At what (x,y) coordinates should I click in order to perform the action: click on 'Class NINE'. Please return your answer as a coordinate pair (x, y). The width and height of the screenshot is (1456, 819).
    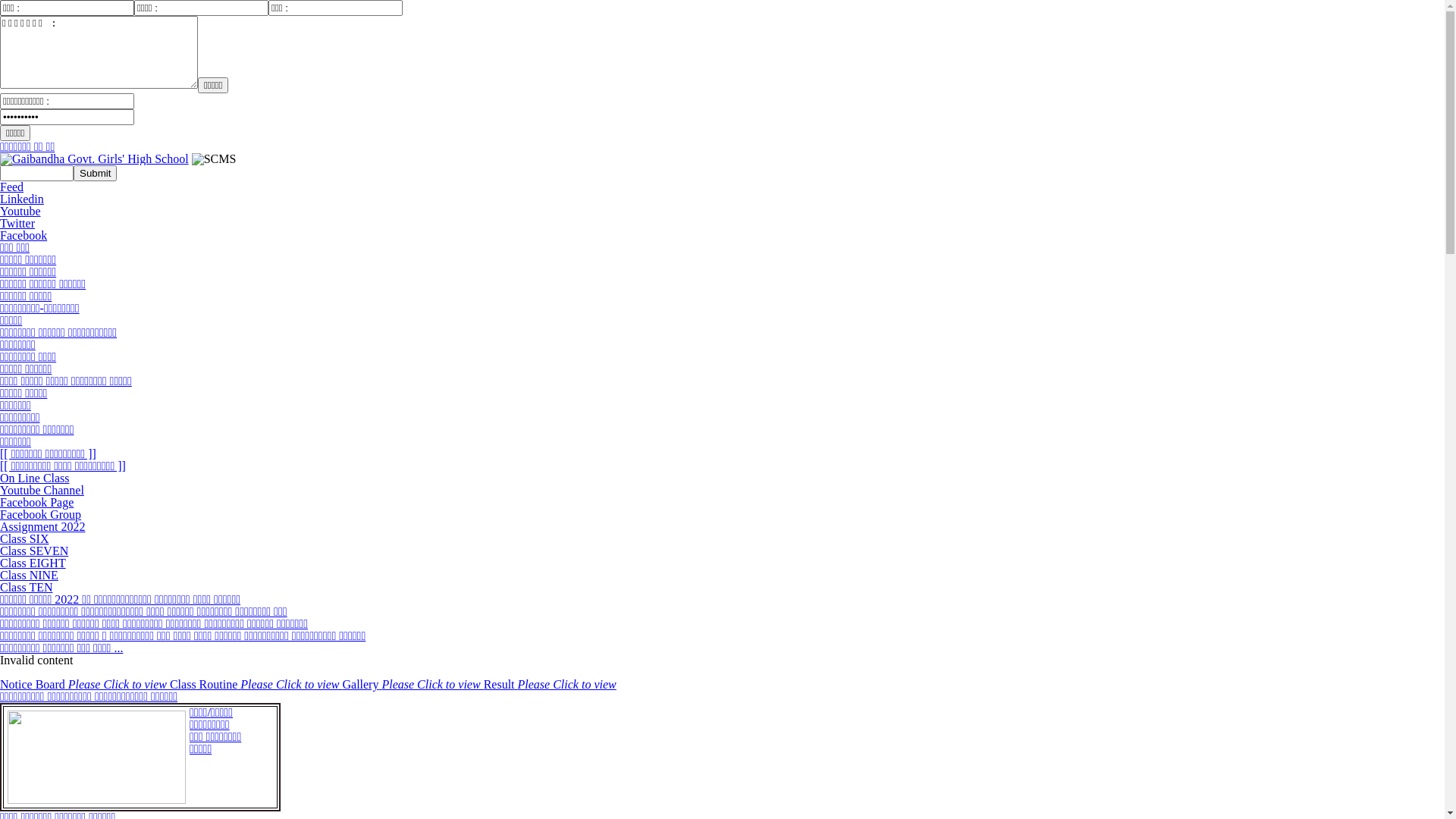
    Looking at the image, I should click on (0, 575).